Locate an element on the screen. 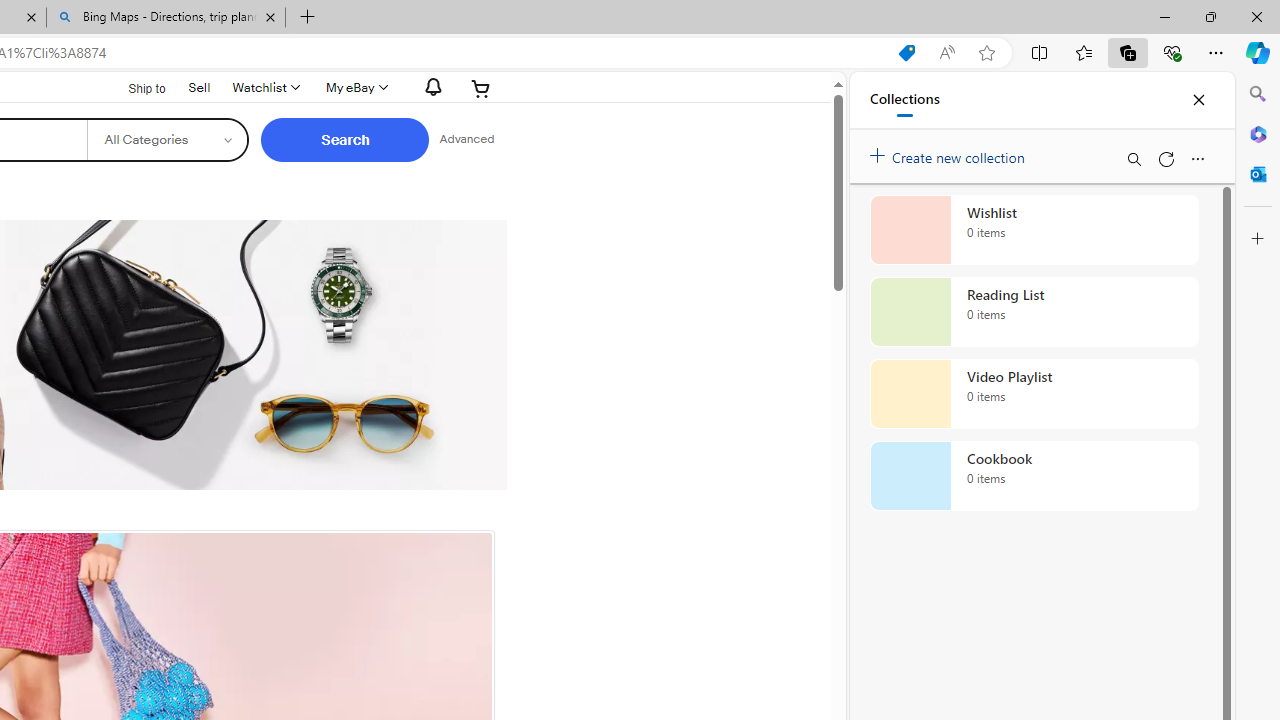 The image size is (1280, 720). 'Expand Cart' is located at coordinates (481, 87).